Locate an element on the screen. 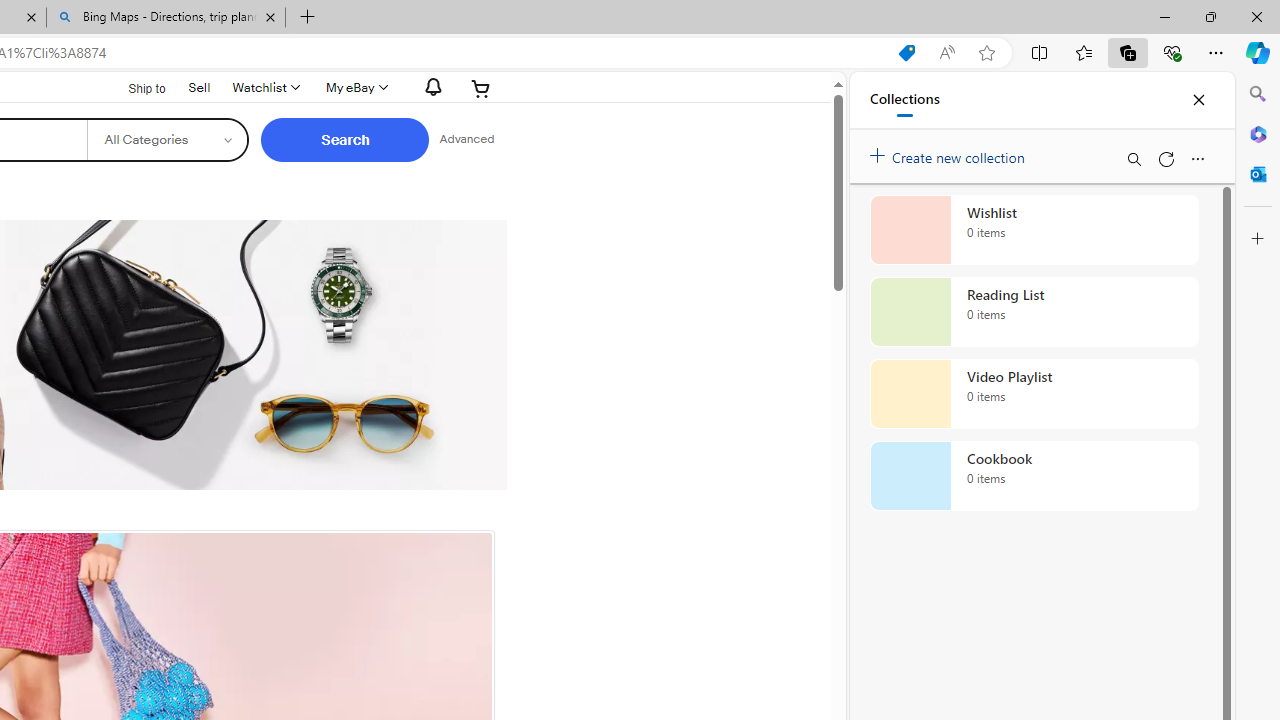 The image size is (1280, 720). 'Expand Cart' is located at coordinates (481, 87).